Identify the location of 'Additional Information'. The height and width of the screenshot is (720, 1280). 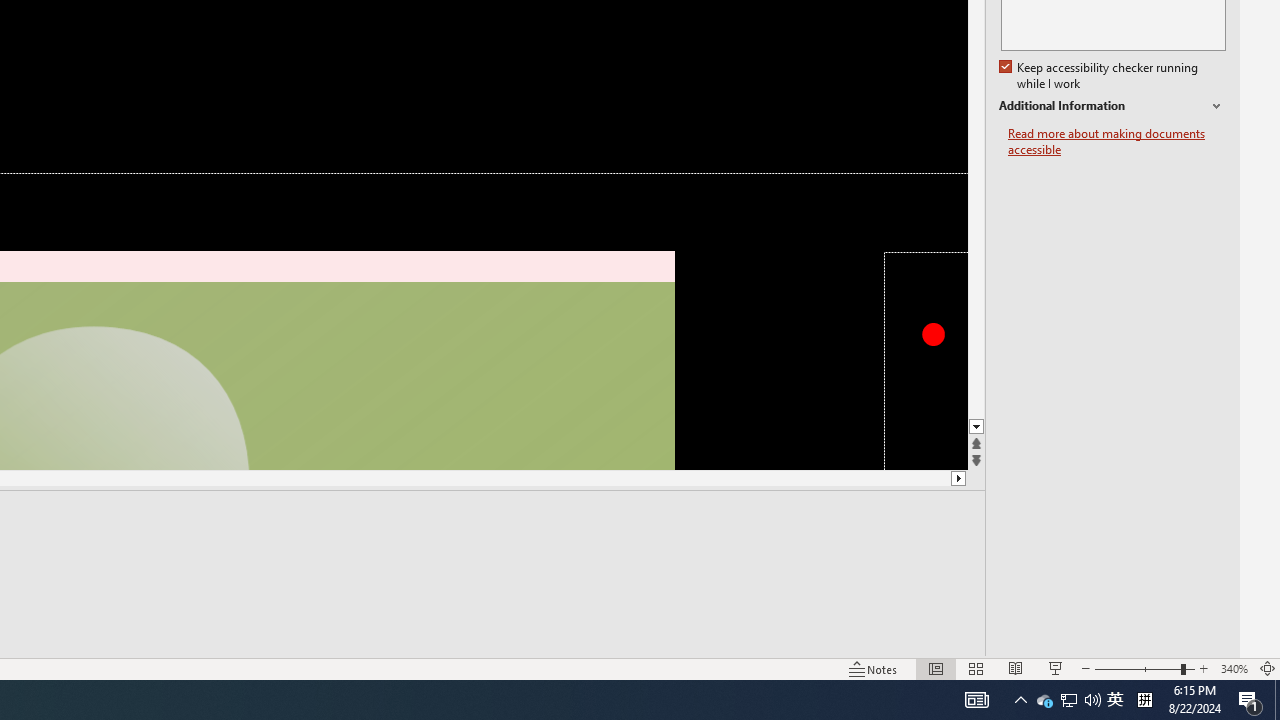
(1111, 106).